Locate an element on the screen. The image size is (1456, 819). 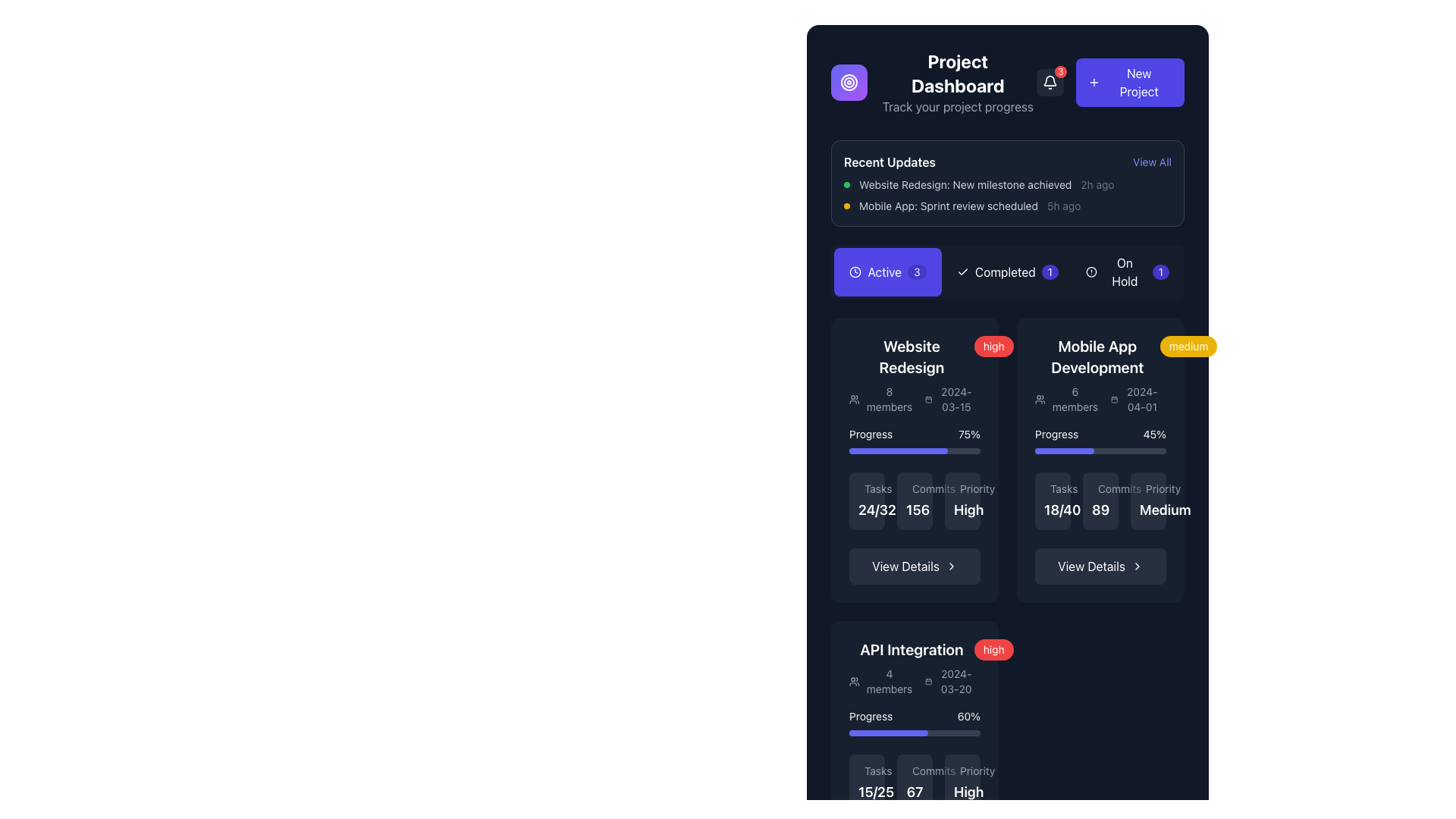
the Text label with an icon representing the due date or milestone date for the project in the bottom section of the 'API Integration' card, aligned to the right is located at coordinates (949, 680).